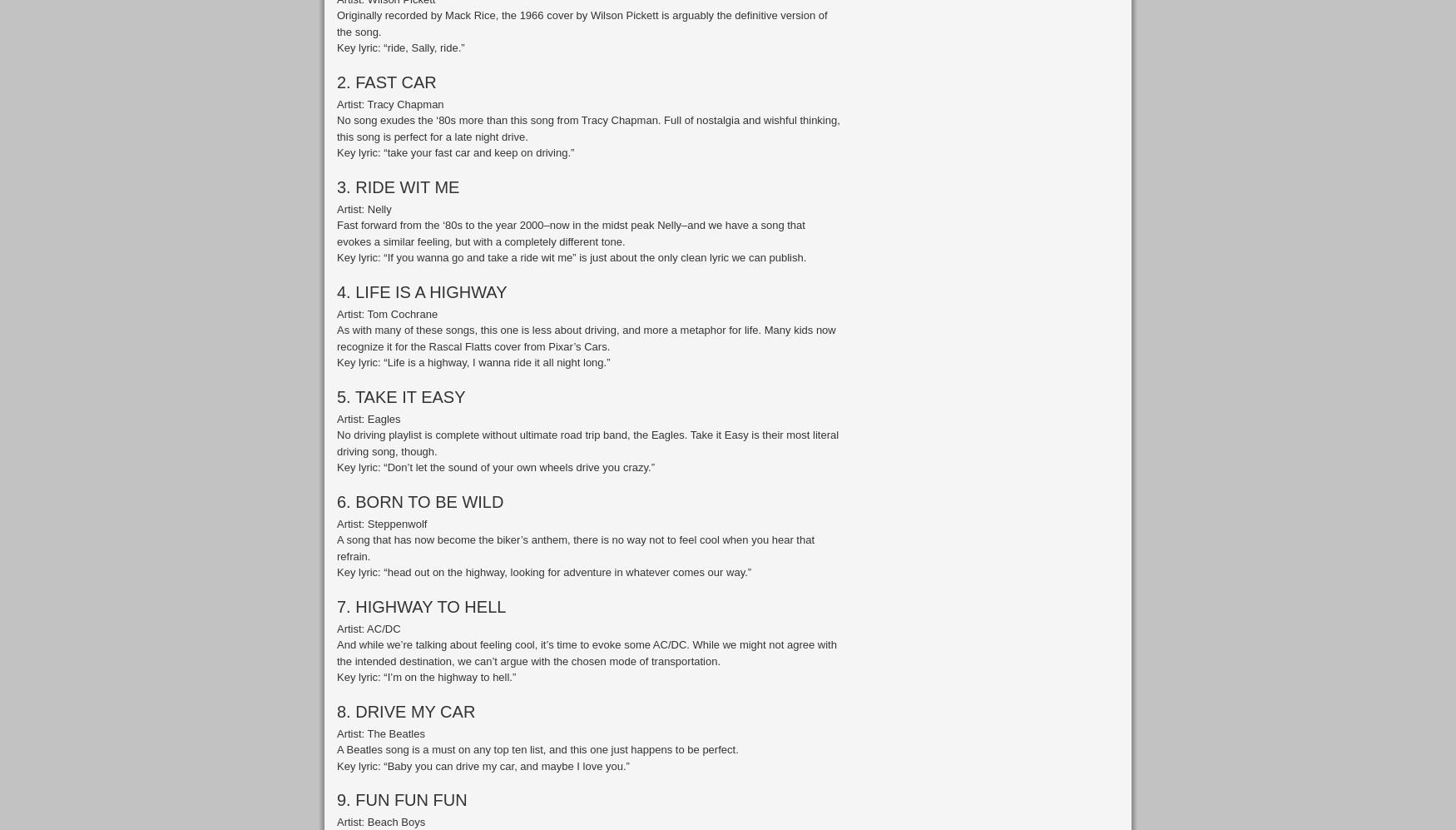 The height and width of the screenshot is (830, 1456). I want to click on '6. born to be wild', so click(419, 499).